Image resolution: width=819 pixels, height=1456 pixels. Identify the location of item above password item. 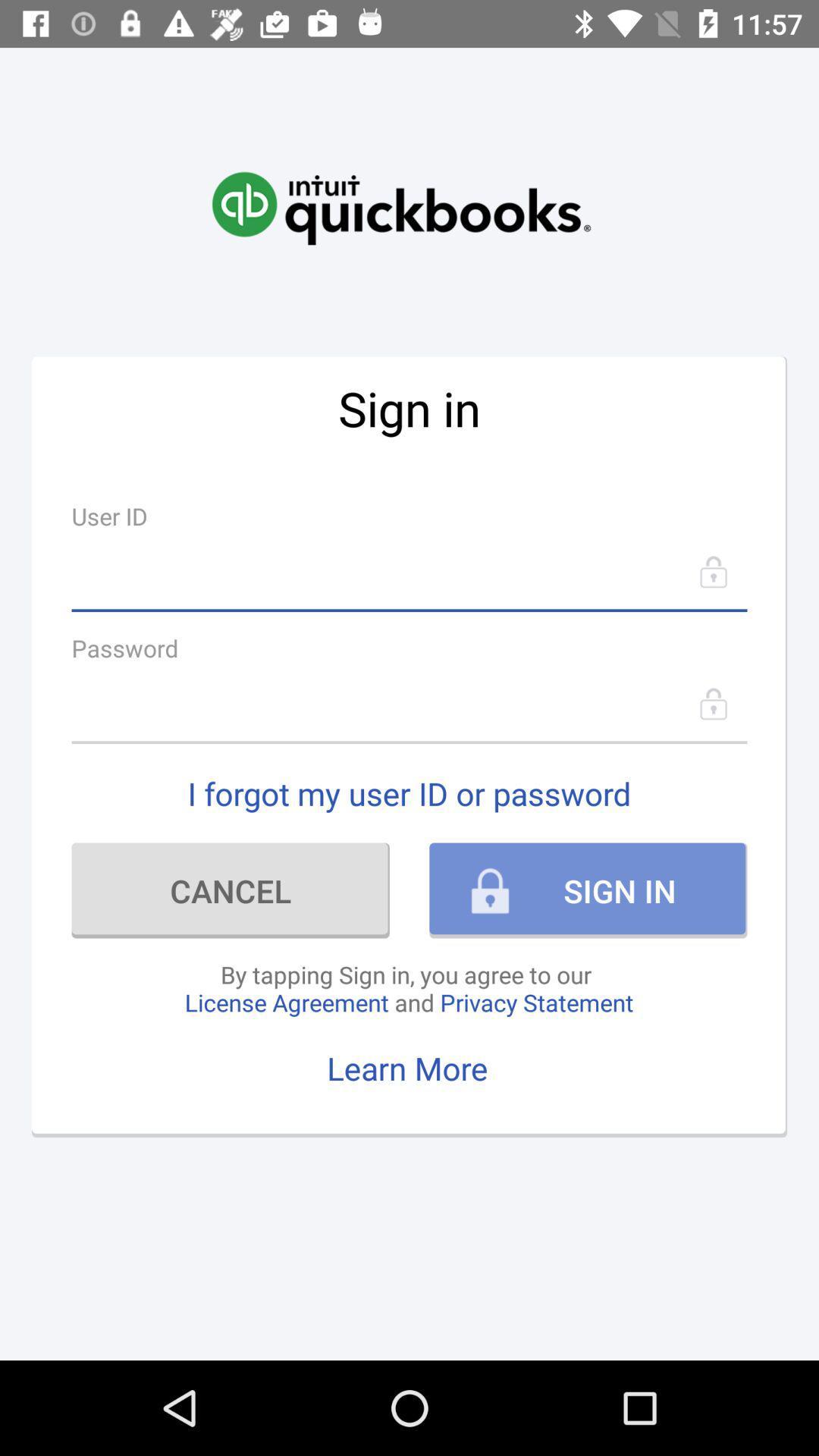
(409, 571).